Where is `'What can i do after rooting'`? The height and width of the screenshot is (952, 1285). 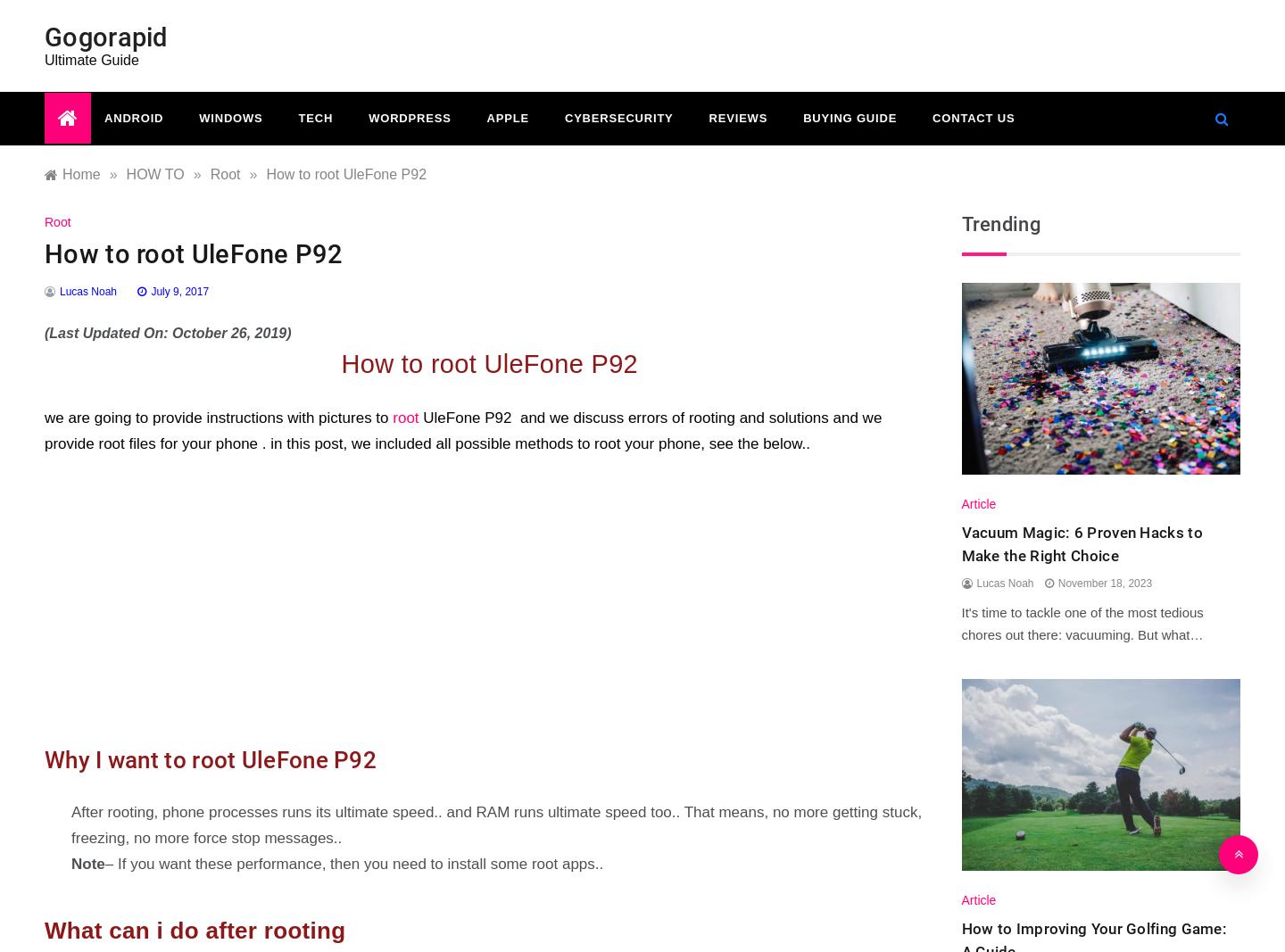 'What can i do after rooting' is located at coordinates (195, 930).